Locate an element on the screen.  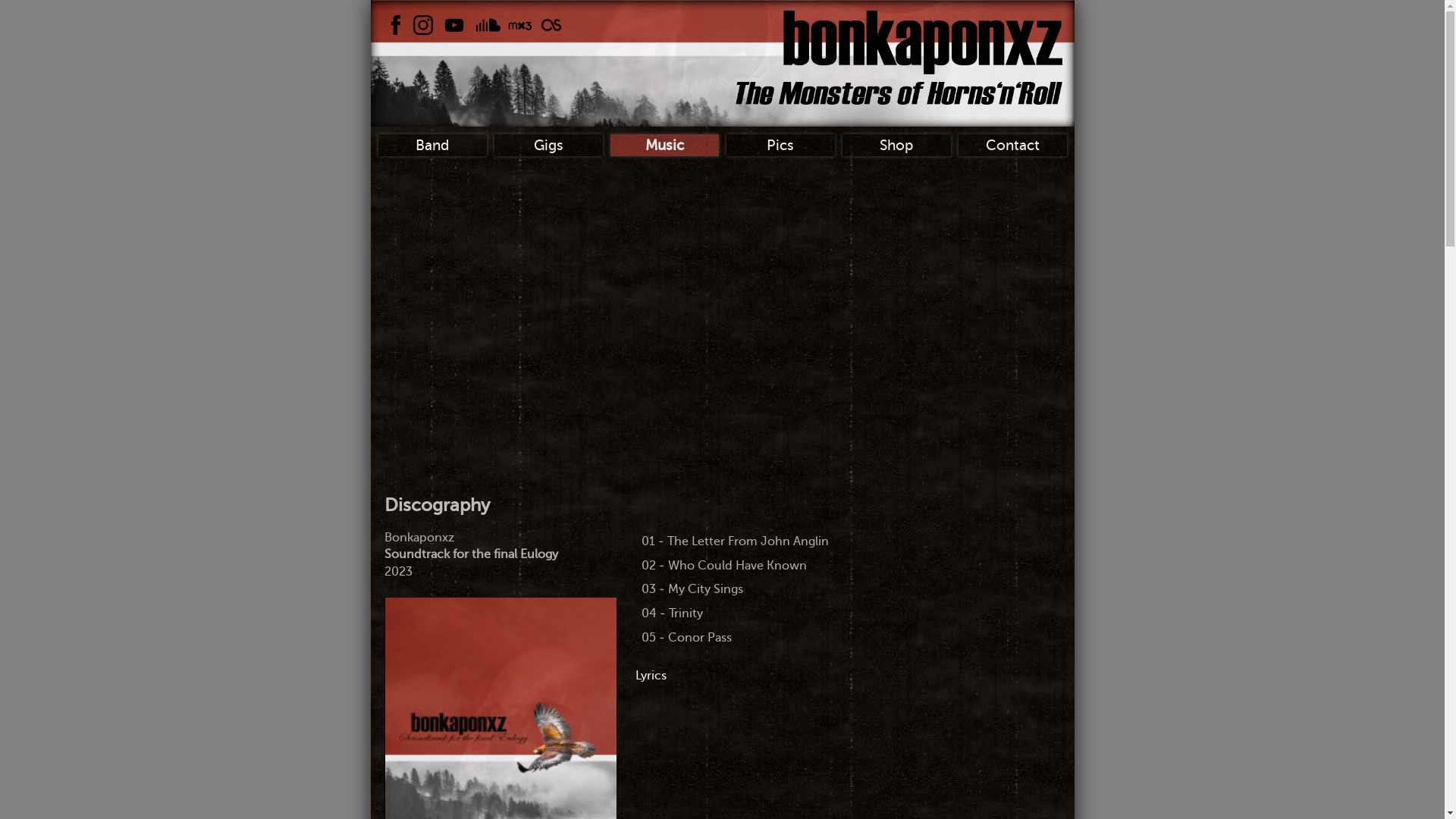
'http://soundcloud.com/bonkaponxz' is located at coordinates (488, 25).